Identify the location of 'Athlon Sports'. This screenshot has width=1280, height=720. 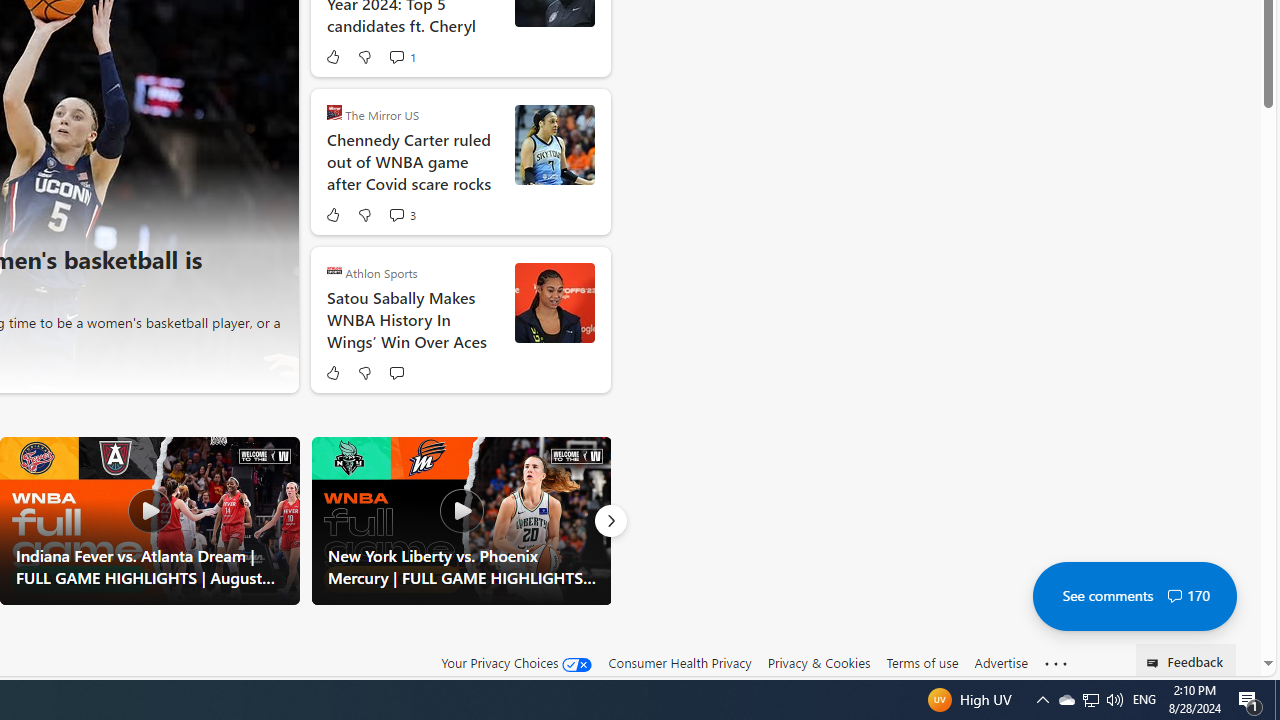
(334, 270).